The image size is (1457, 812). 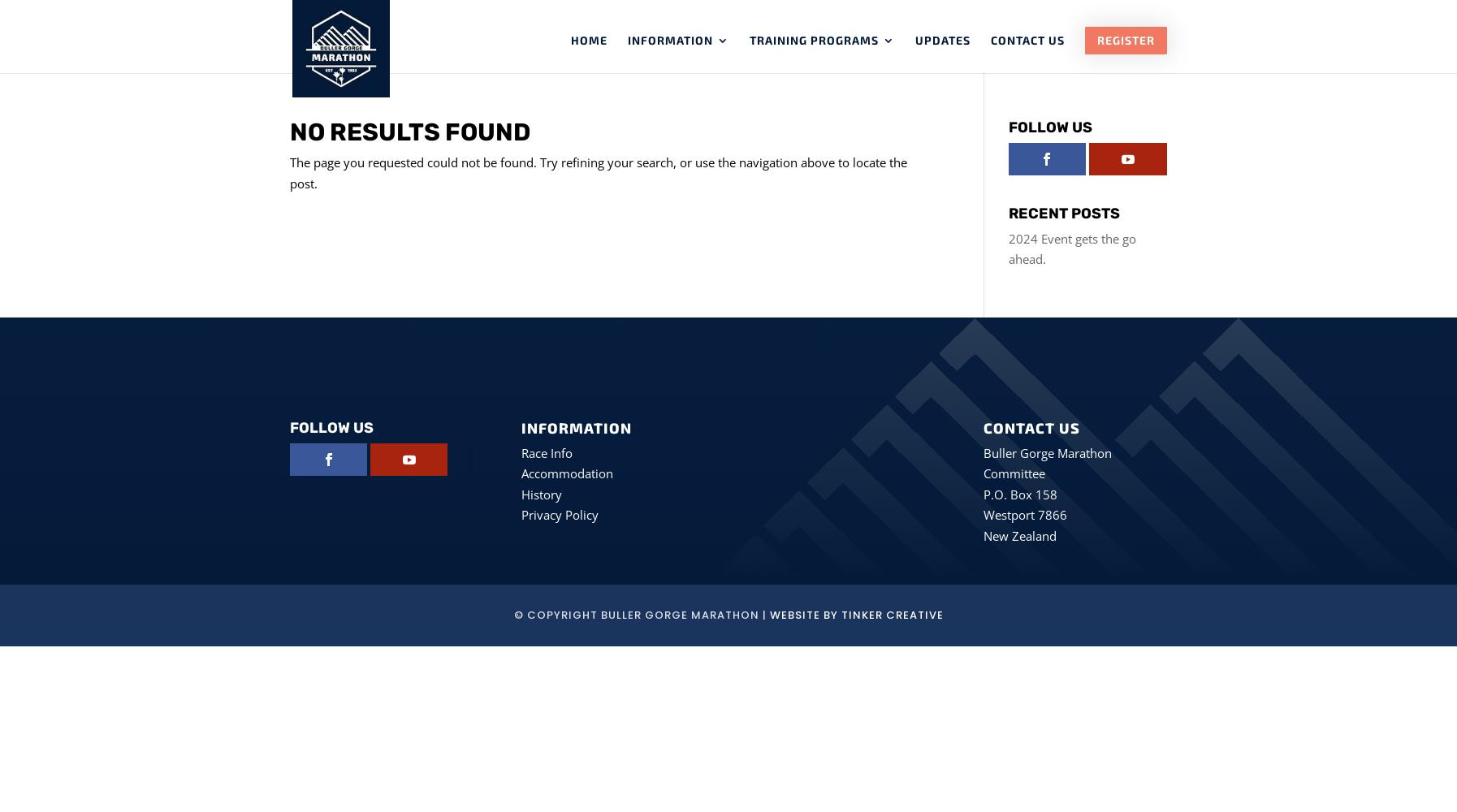 I want to click on 'Website by Tinker Creative', so click(x=768, y=615).